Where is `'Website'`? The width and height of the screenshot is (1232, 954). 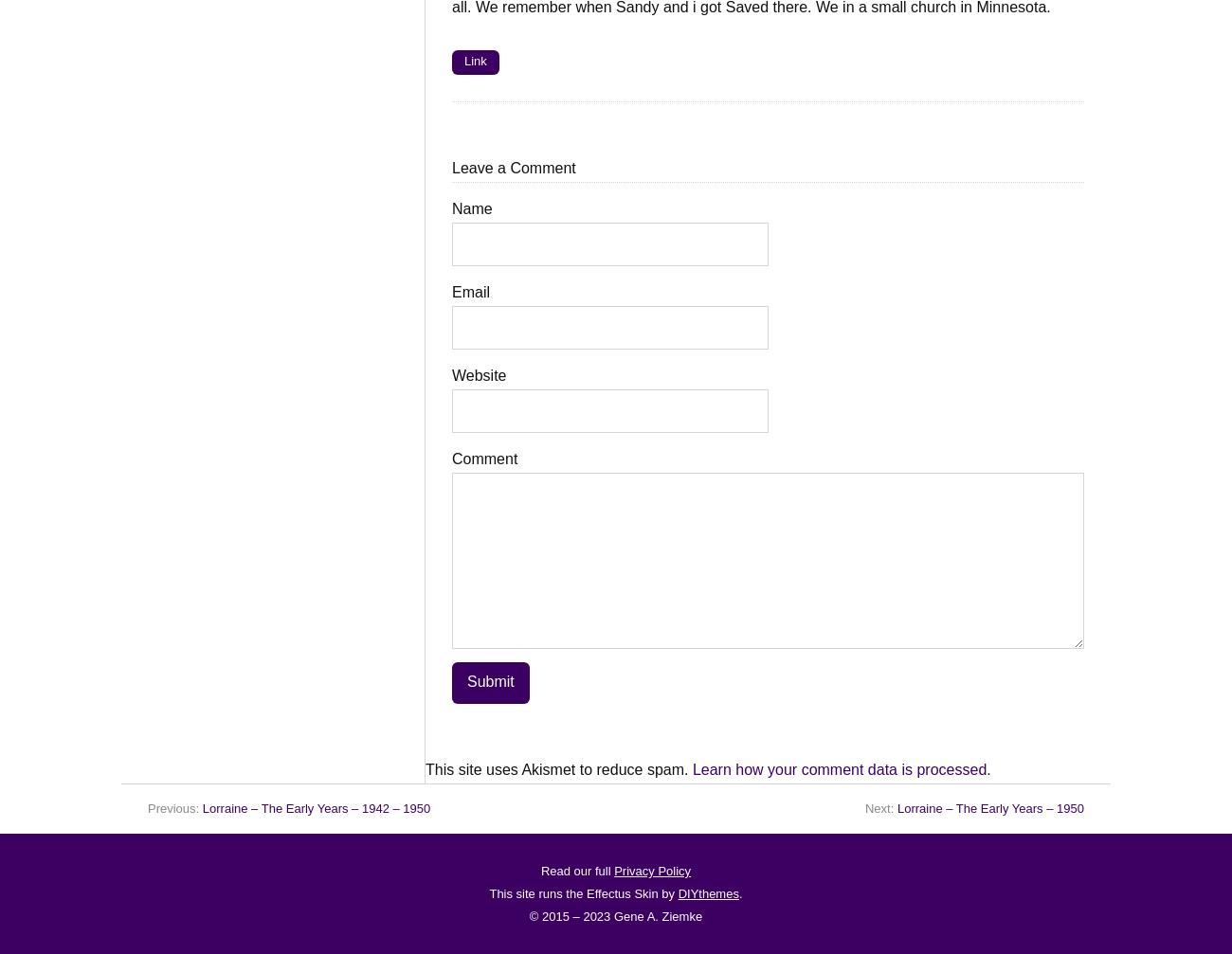
'Website' is located at coordinates (479, 375).